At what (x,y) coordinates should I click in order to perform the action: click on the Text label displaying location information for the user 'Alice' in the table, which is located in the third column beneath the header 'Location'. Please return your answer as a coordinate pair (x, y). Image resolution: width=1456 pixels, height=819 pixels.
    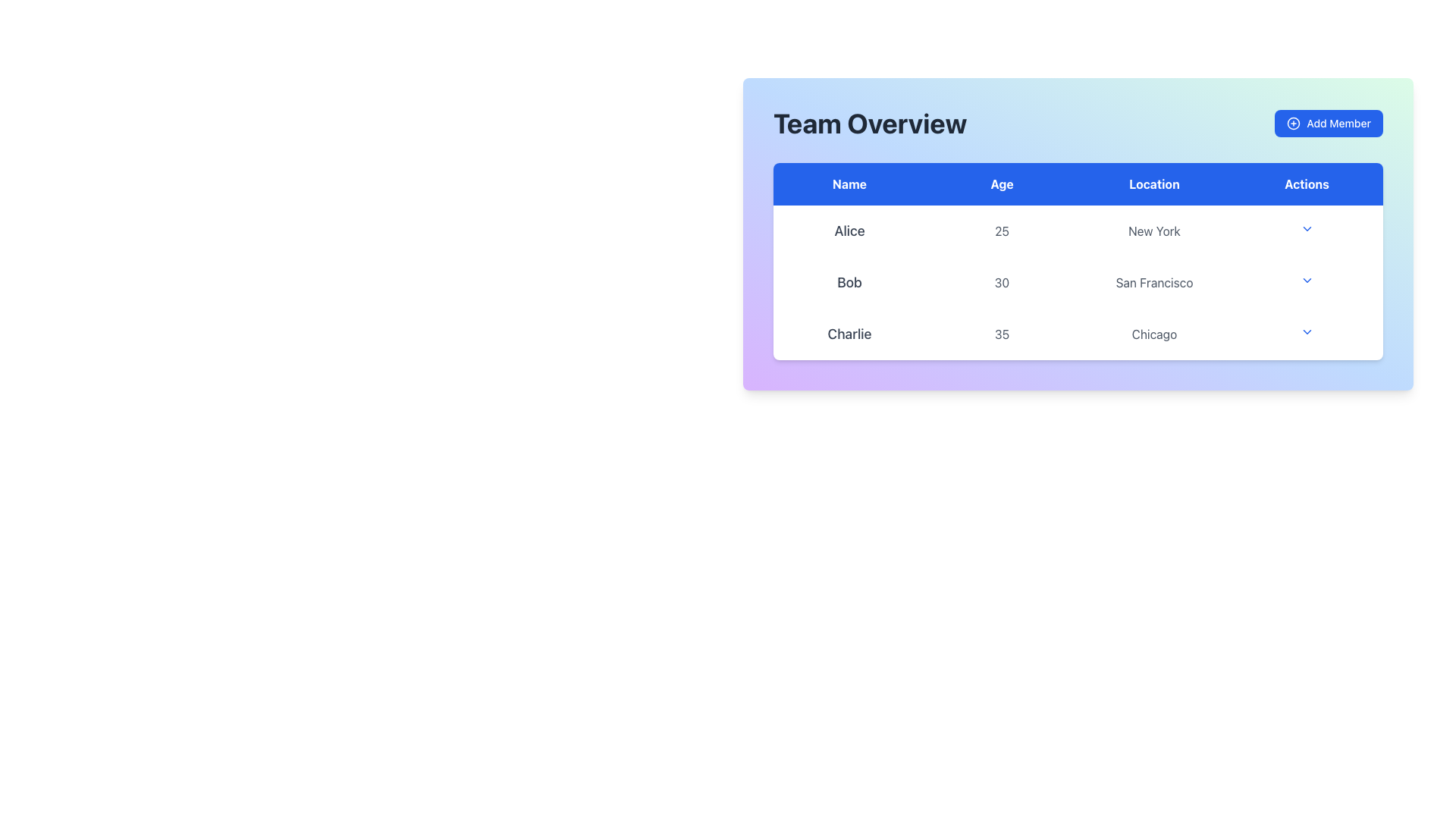
    Looking at the image, I should click on (1153, 231).